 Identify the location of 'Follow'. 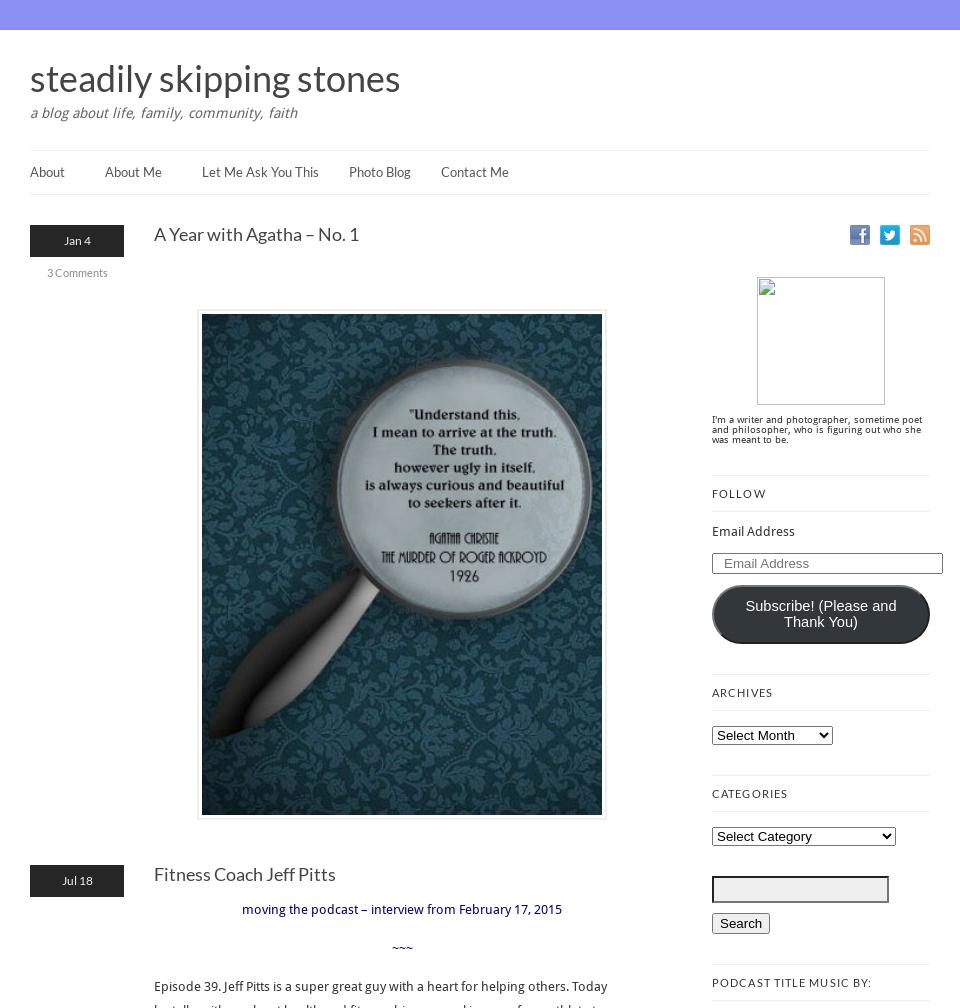
(712, 493).